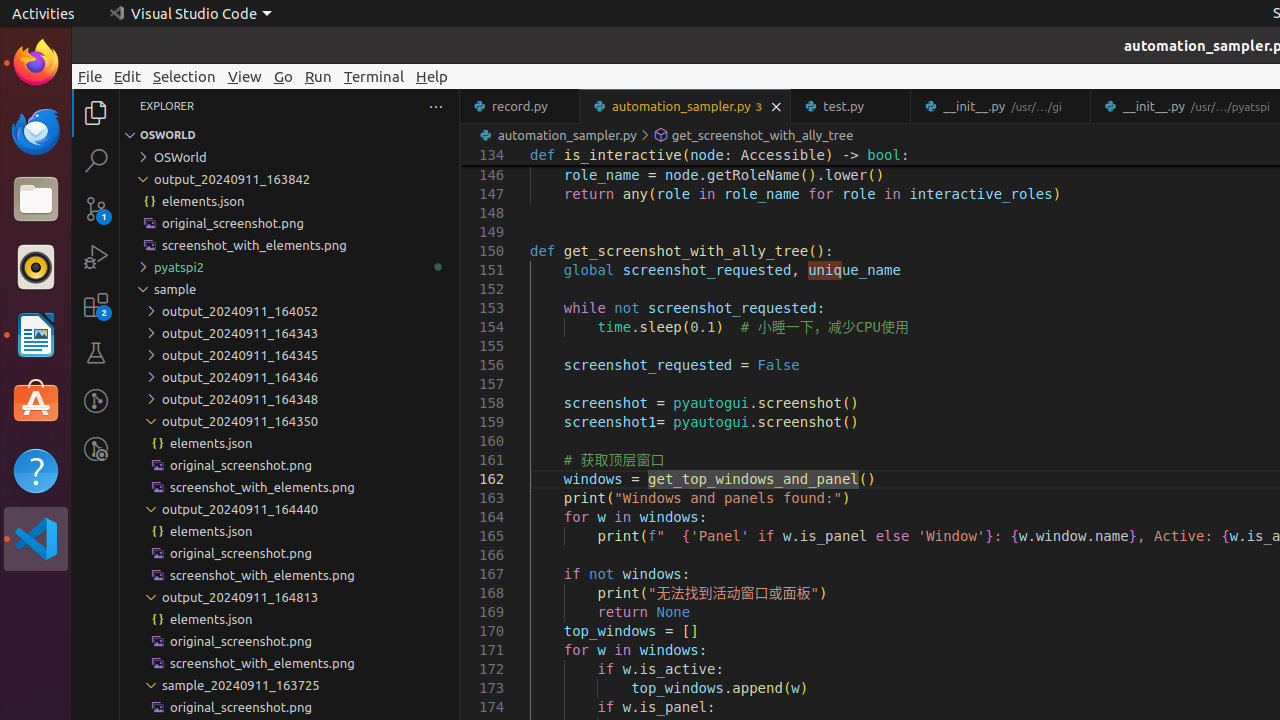  I want to click on 'Edit', so click(126, 75).